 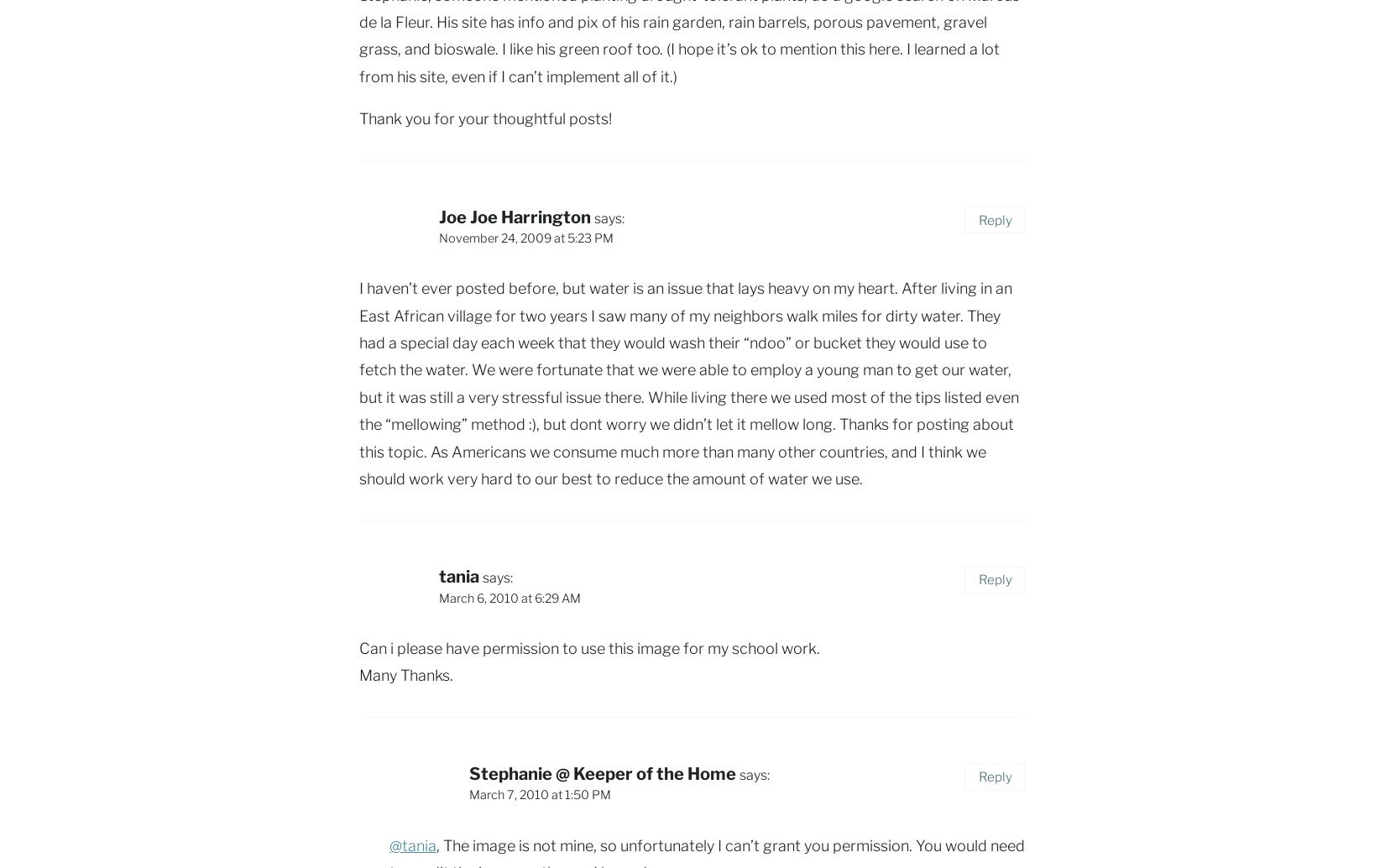 I want to click on 'March 7, 2010 at 1:50 PM', so click(x=539, y=794).